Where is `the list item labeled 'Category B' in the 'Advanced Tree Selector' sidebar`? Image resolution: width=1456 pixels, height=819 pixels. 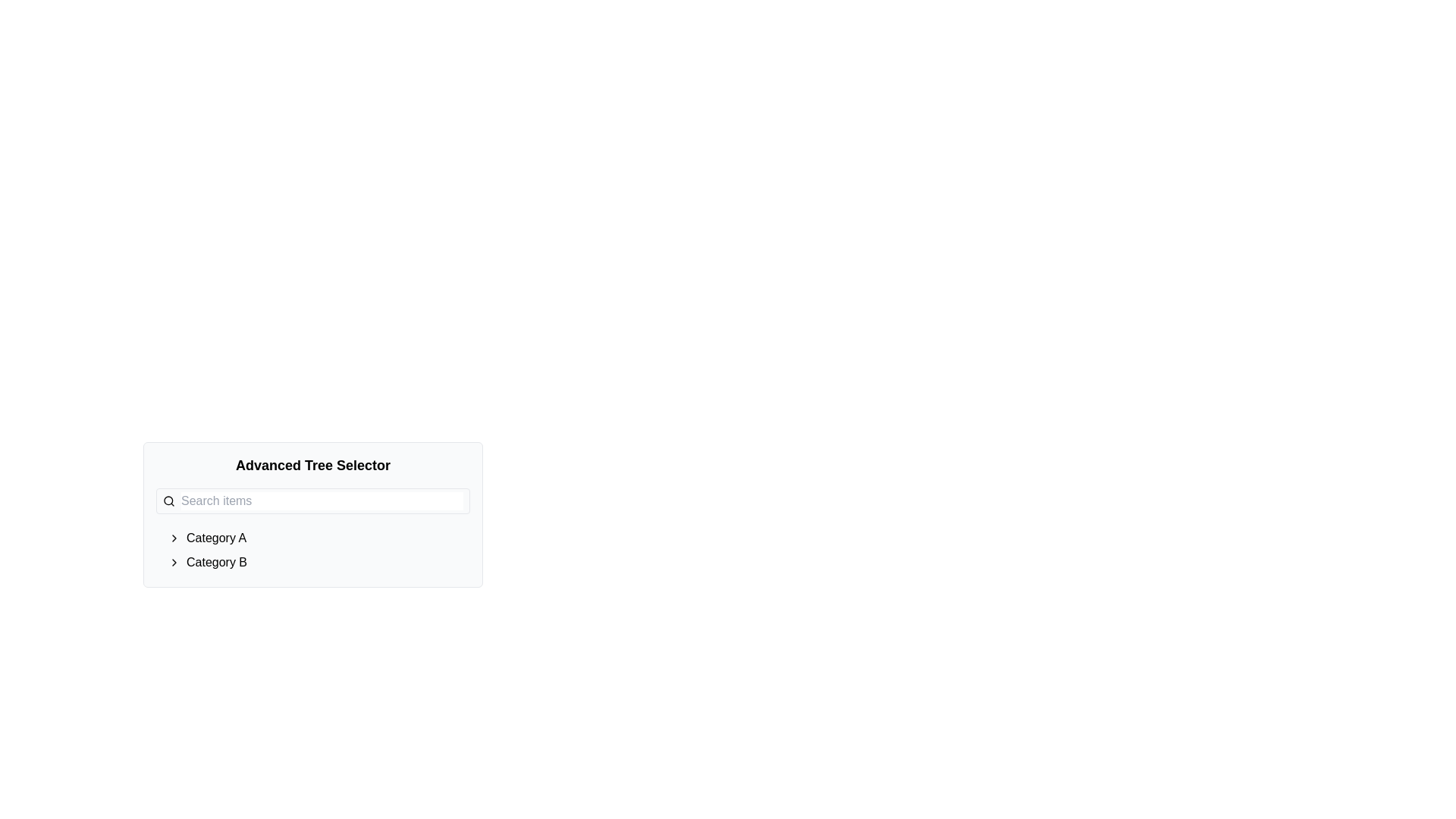 the list item labeled 'Category B' in the 'Advanced Tree Selector' sidebar is located at coordinates (318, 562).